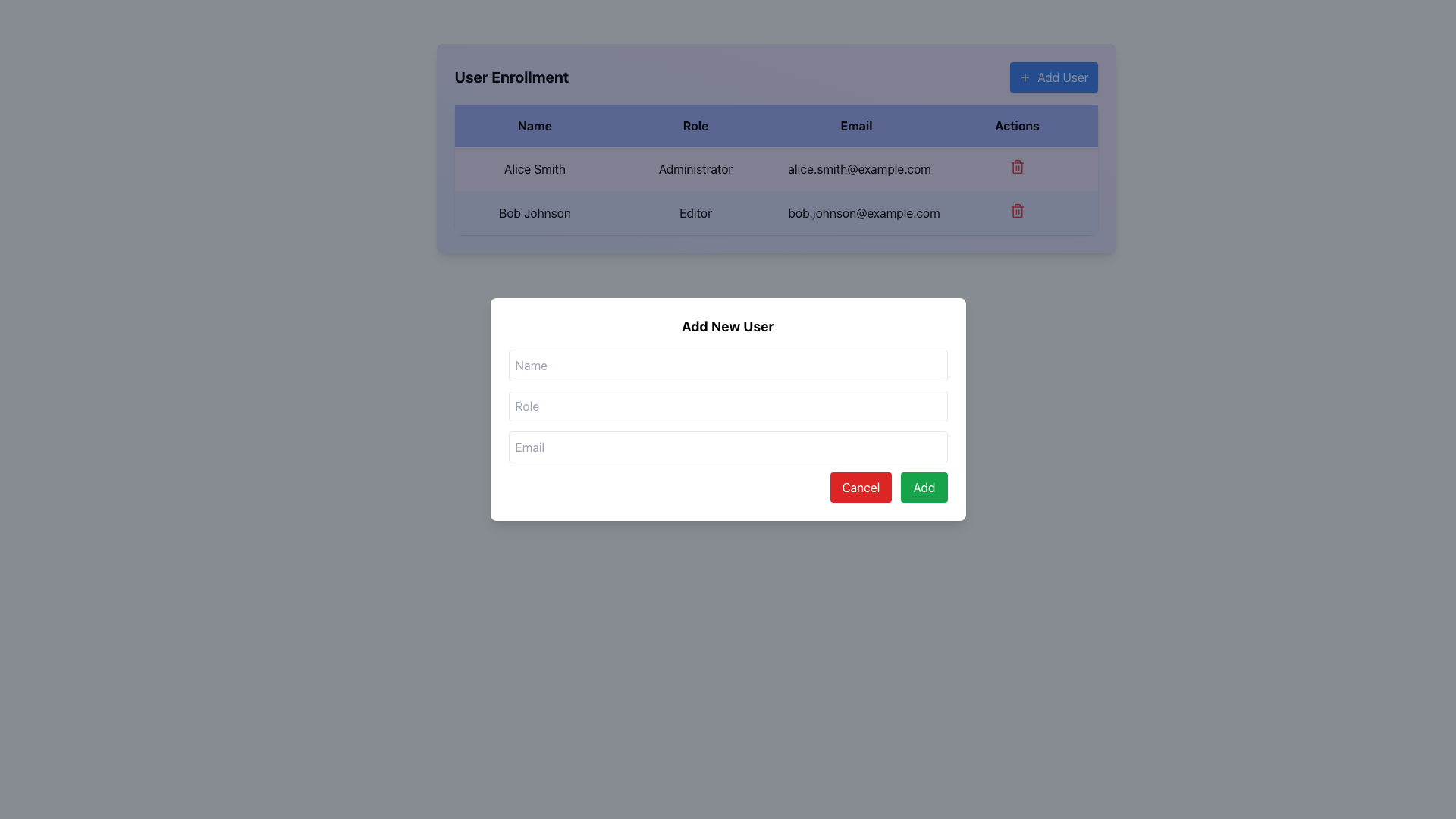 This screenshot has width=1456, height=819. I want to click on the 'Add User' button located in the top-right corner of the 'User Enrollment' header section, so click(1053, 77).